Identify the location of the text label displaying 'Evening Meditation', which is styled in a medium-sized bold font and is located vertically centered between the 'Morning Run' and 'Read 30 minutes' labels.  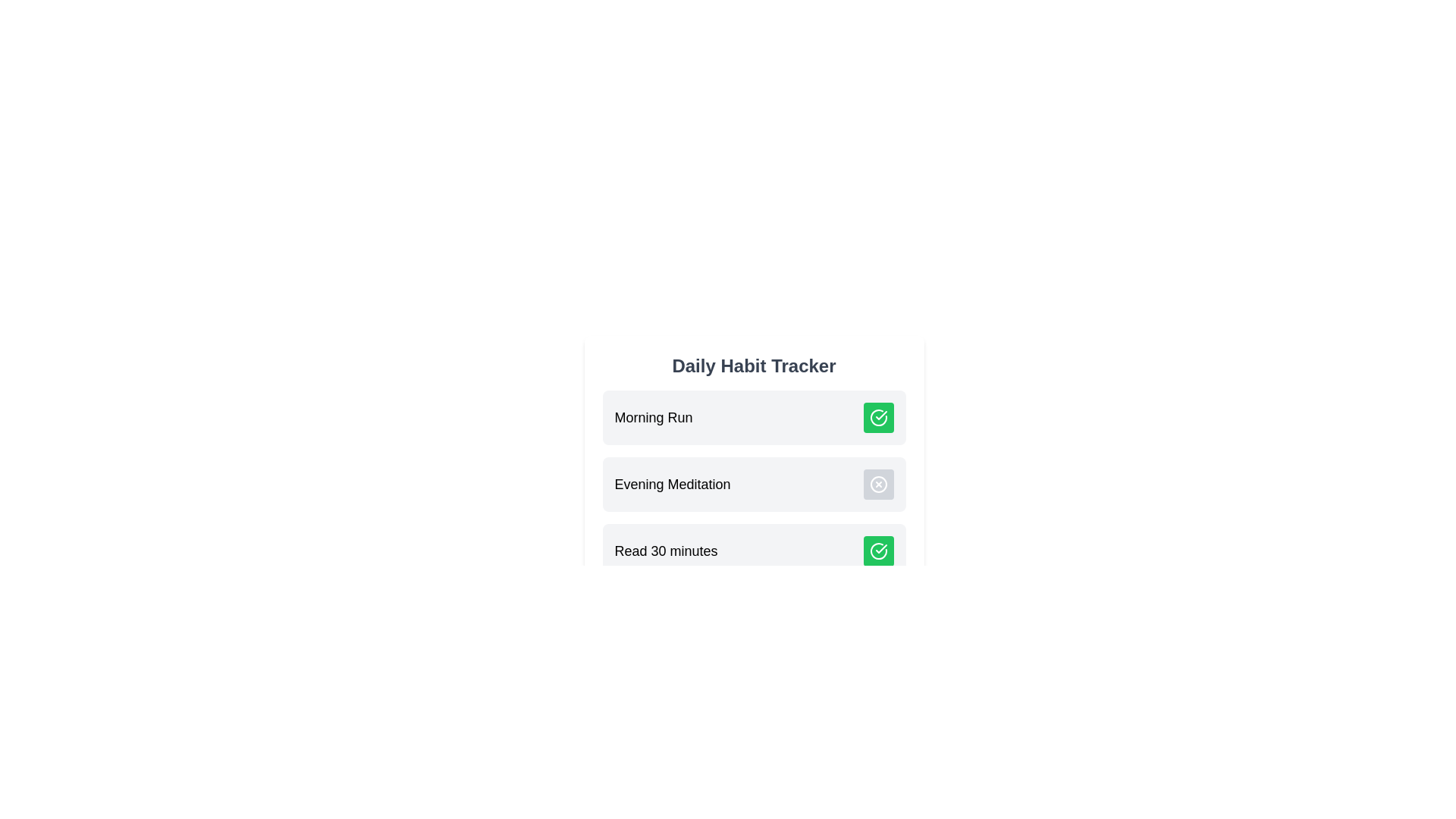
(672, 485).